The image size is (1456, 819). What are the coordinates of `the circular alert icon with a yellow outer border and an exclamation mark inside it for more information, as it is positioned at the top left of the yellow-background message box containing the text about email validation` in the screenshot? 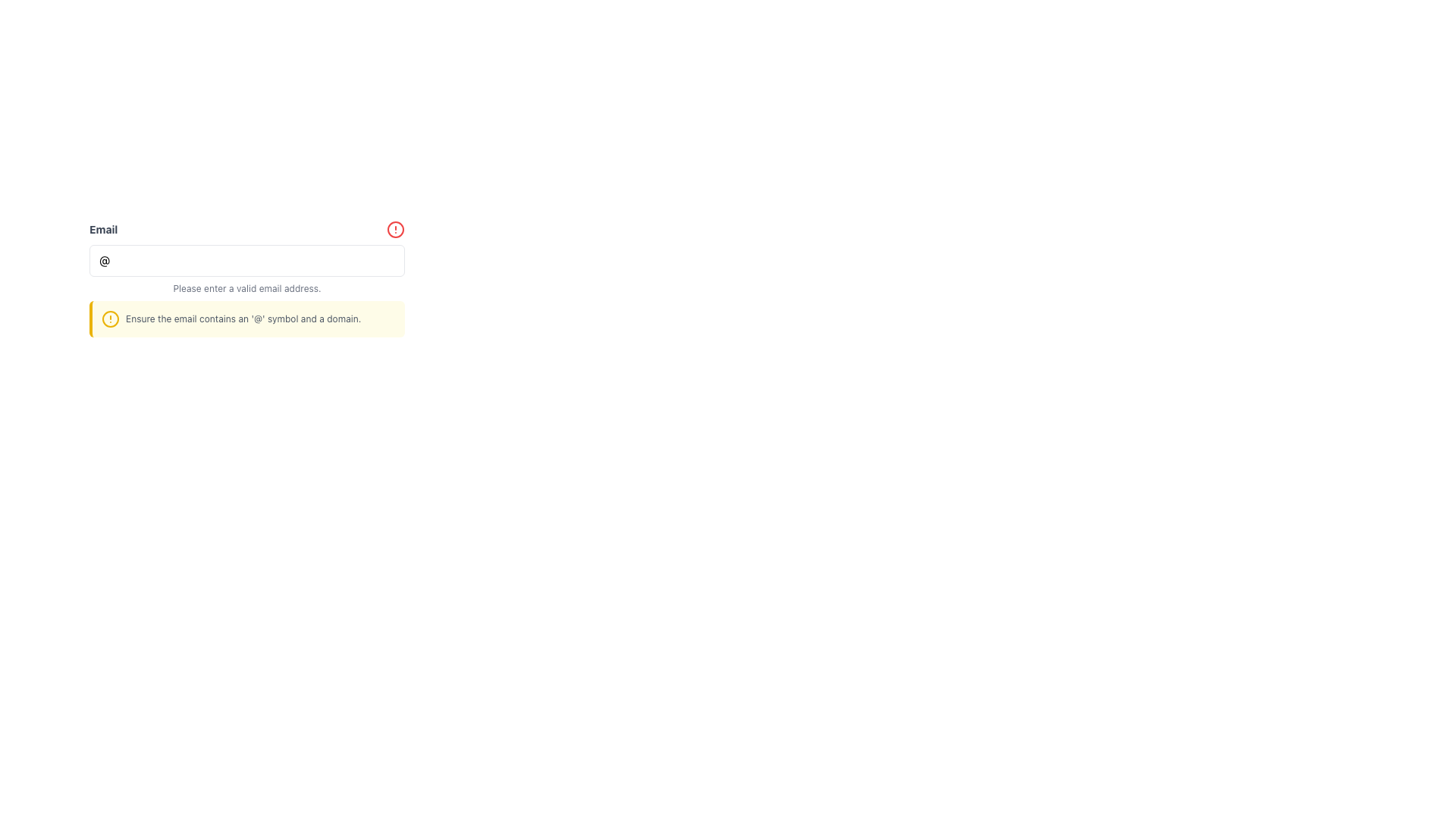 It's located at (109, 318).